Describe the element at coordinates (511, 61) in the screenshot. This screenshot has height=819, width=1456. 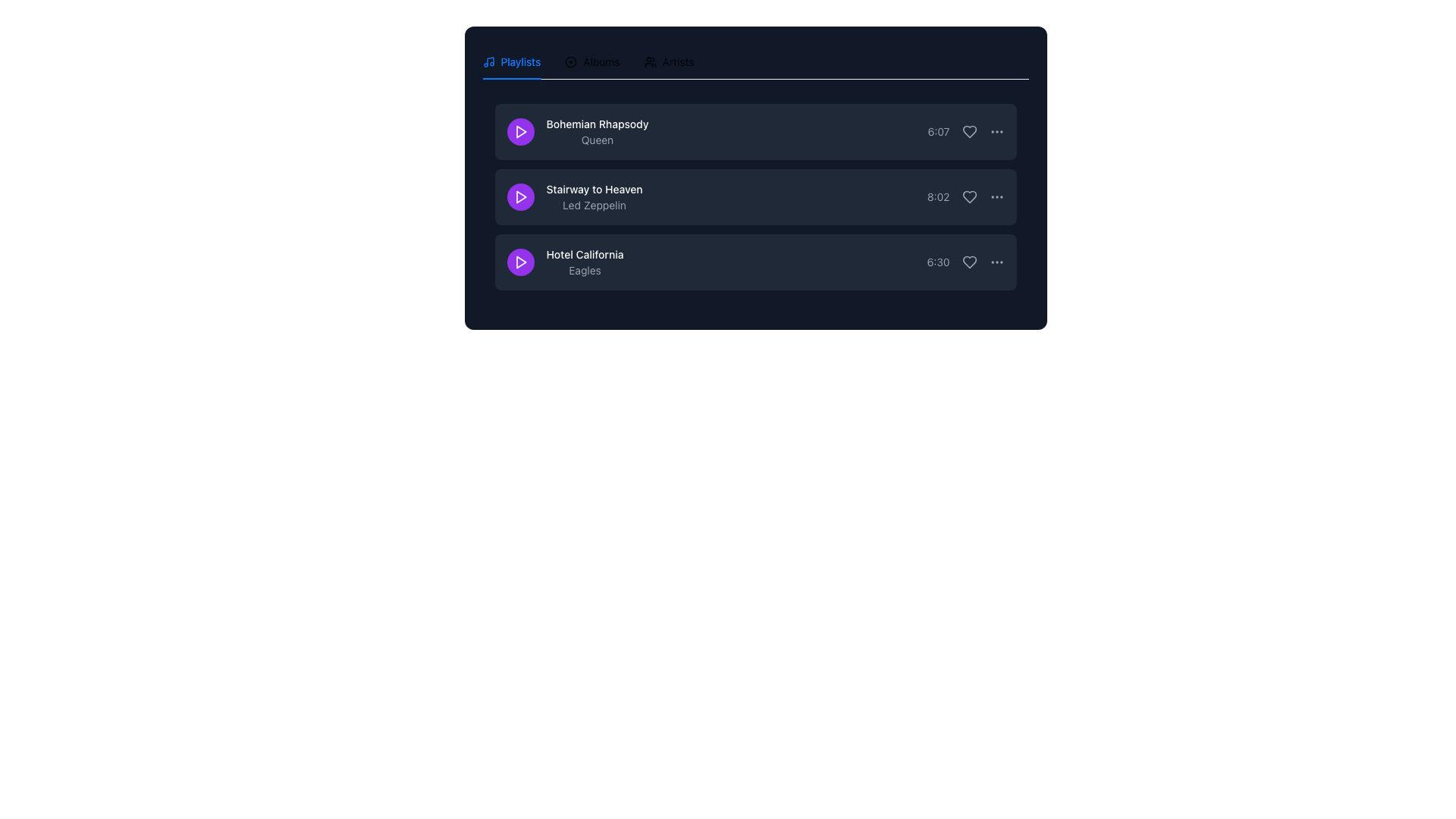
I see `the 'Playlists' tab, which is the first tab in the tab group and is styled in blue on a dark background` at that location.